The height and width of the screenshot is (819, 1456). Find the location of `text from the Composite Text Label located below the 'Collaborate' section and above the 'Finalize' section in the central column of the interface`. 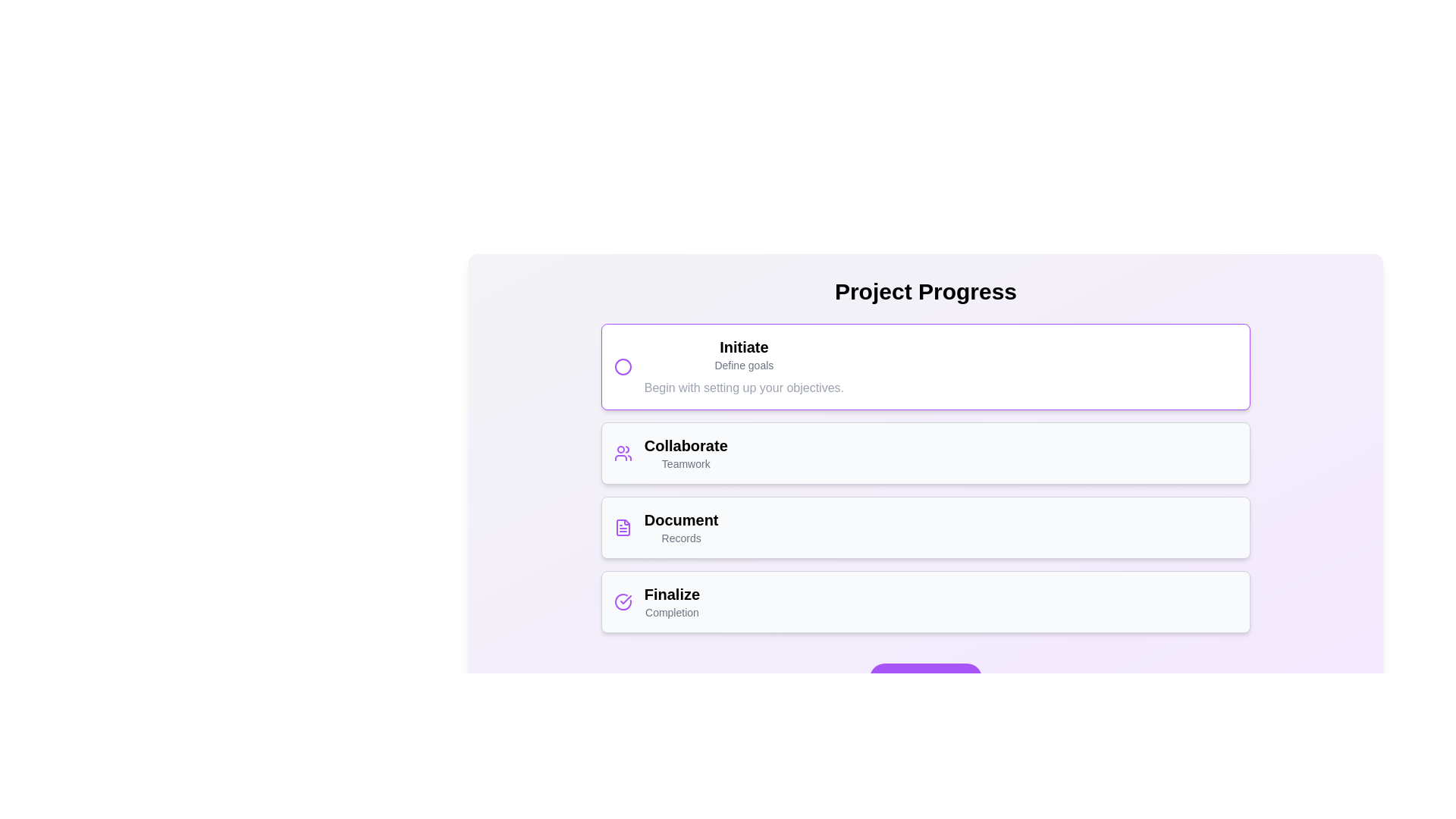

text from the Composite Text Label located below the 'Collaborate' section and above the 'Finalize' section in the central column of the interface is located at coordinates (680, 526).